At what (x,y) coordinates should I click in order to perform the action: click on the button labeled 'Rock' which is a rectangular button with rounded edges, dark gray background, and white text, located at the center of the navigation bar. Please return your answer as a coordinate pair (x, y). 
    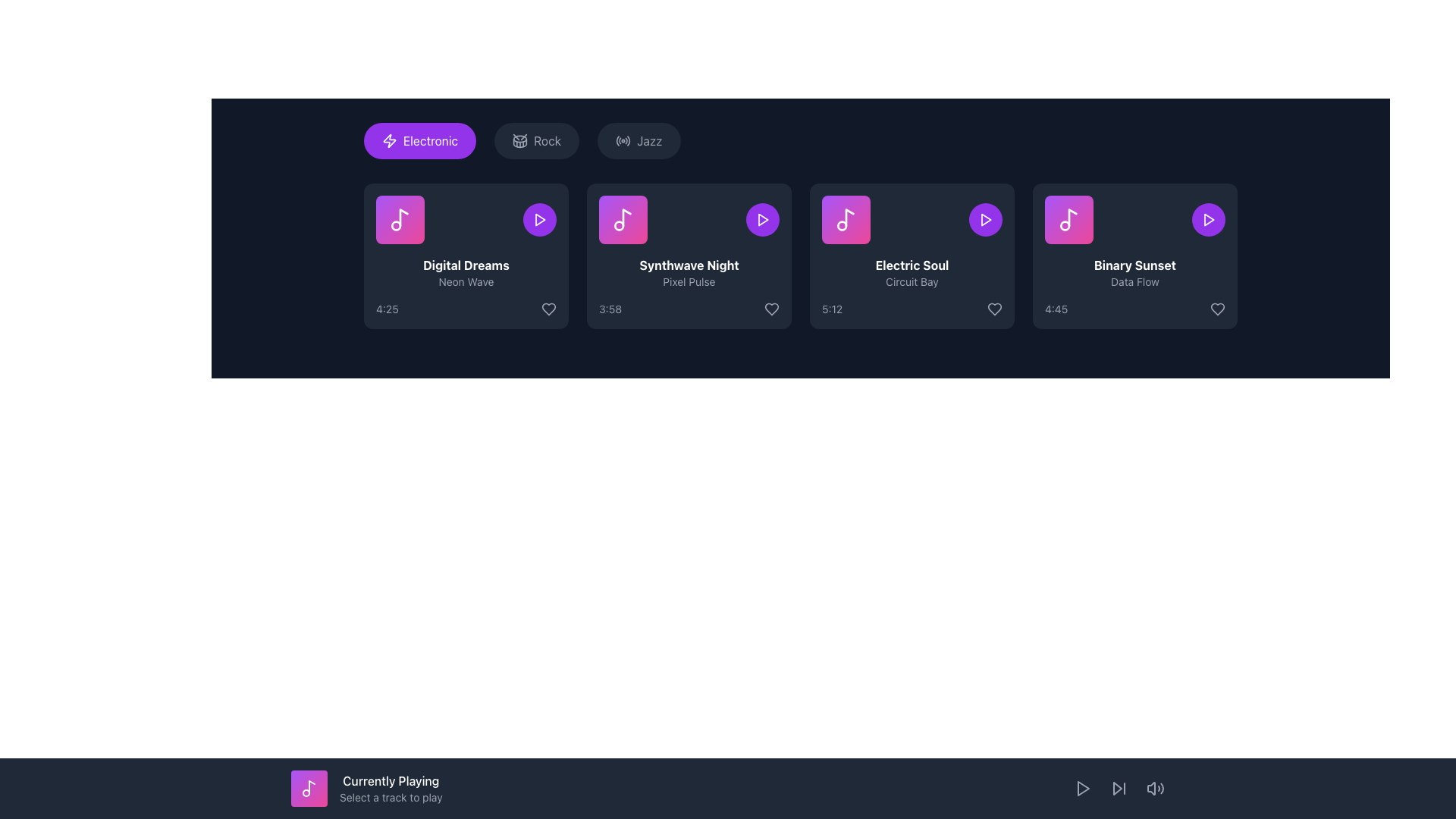
    Looking at the image, I should click on (537, 140).